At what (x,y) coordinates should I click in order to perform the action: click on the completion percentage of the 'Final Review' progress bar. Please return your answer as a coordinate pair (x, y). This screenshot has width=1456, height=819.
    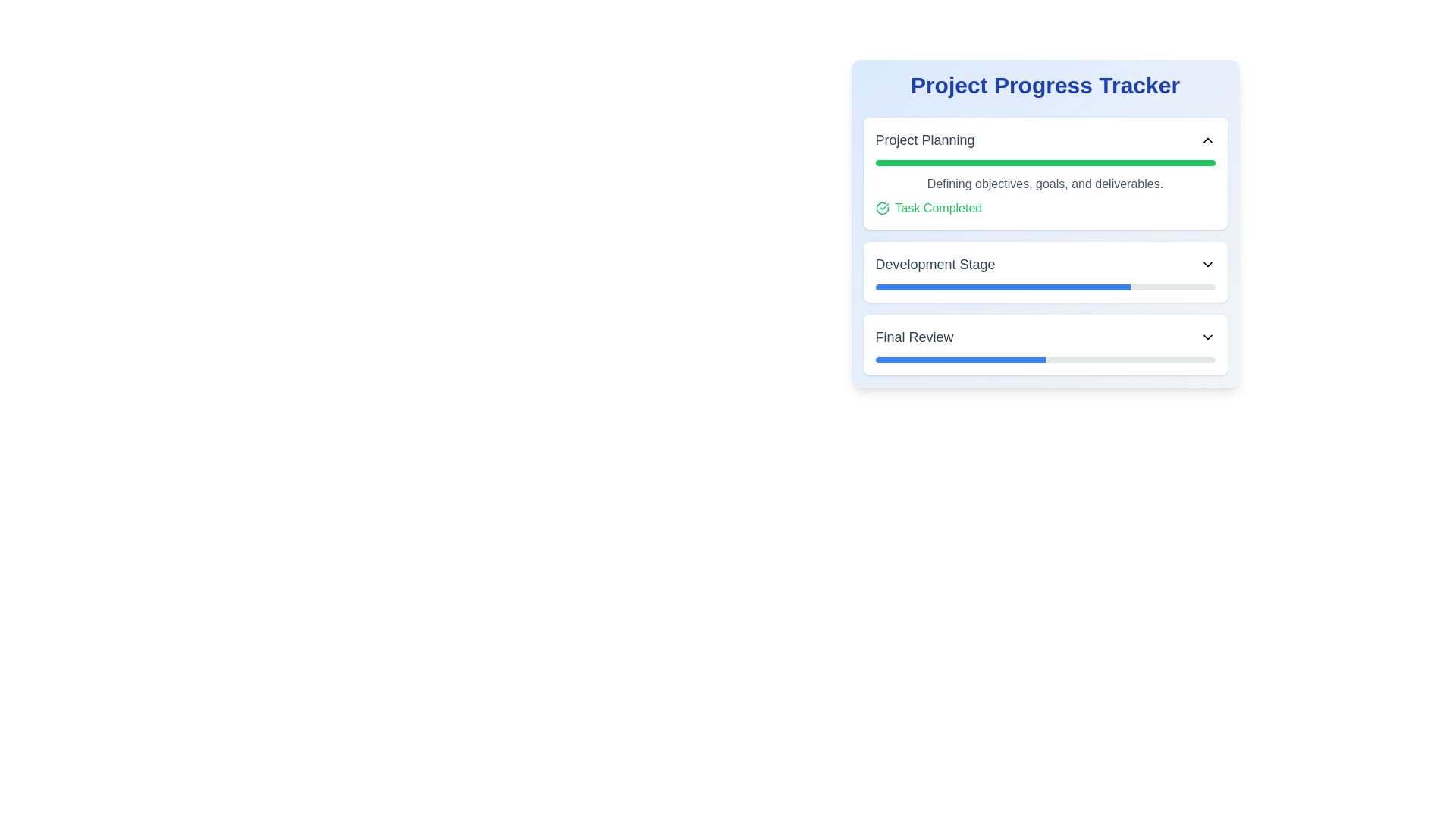
    Looking at the image, I should click on (1028, 359).